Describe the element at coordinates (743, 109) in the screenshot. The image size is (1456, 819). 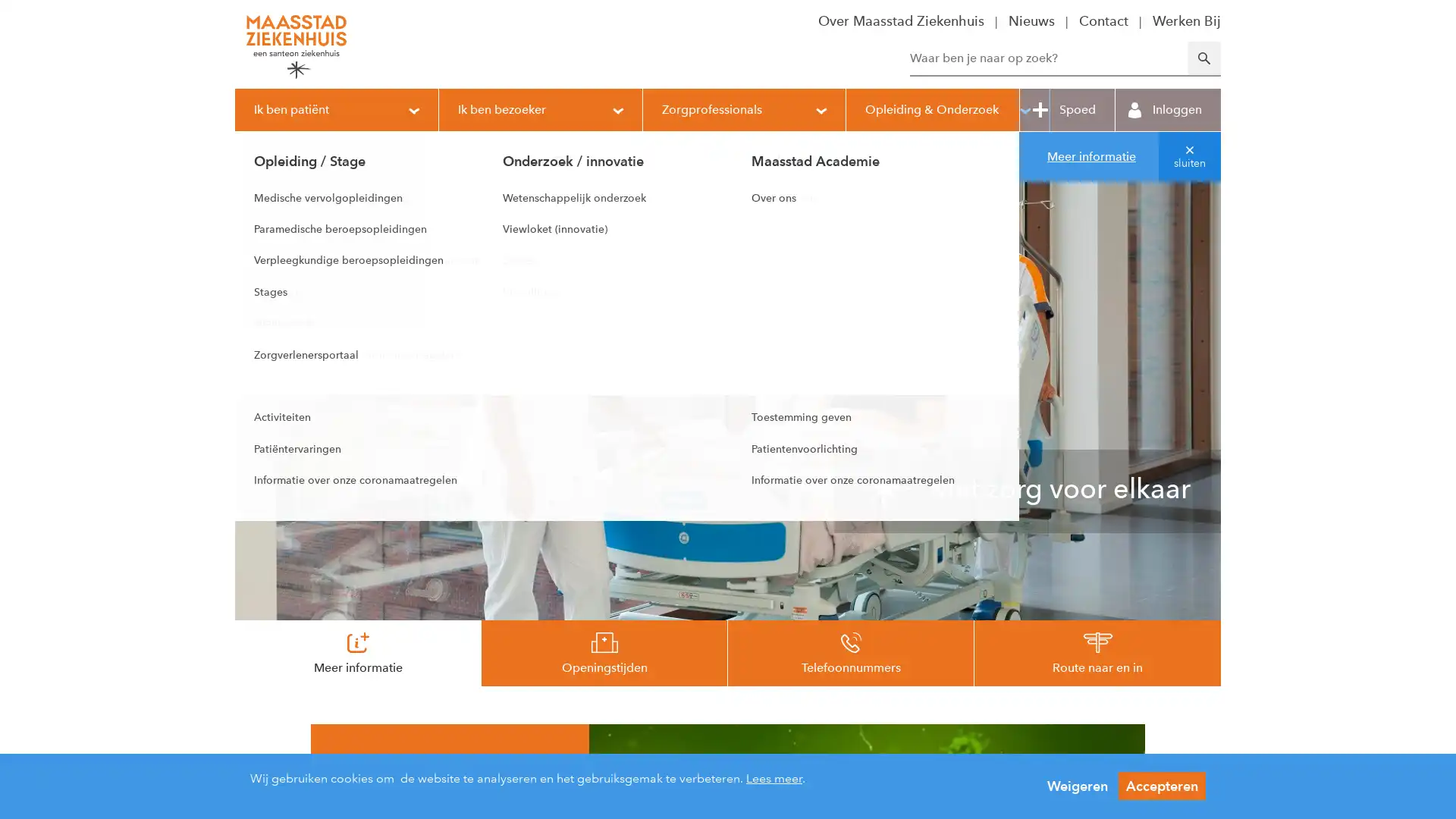
I see `Zorgprofessionals` at that location.